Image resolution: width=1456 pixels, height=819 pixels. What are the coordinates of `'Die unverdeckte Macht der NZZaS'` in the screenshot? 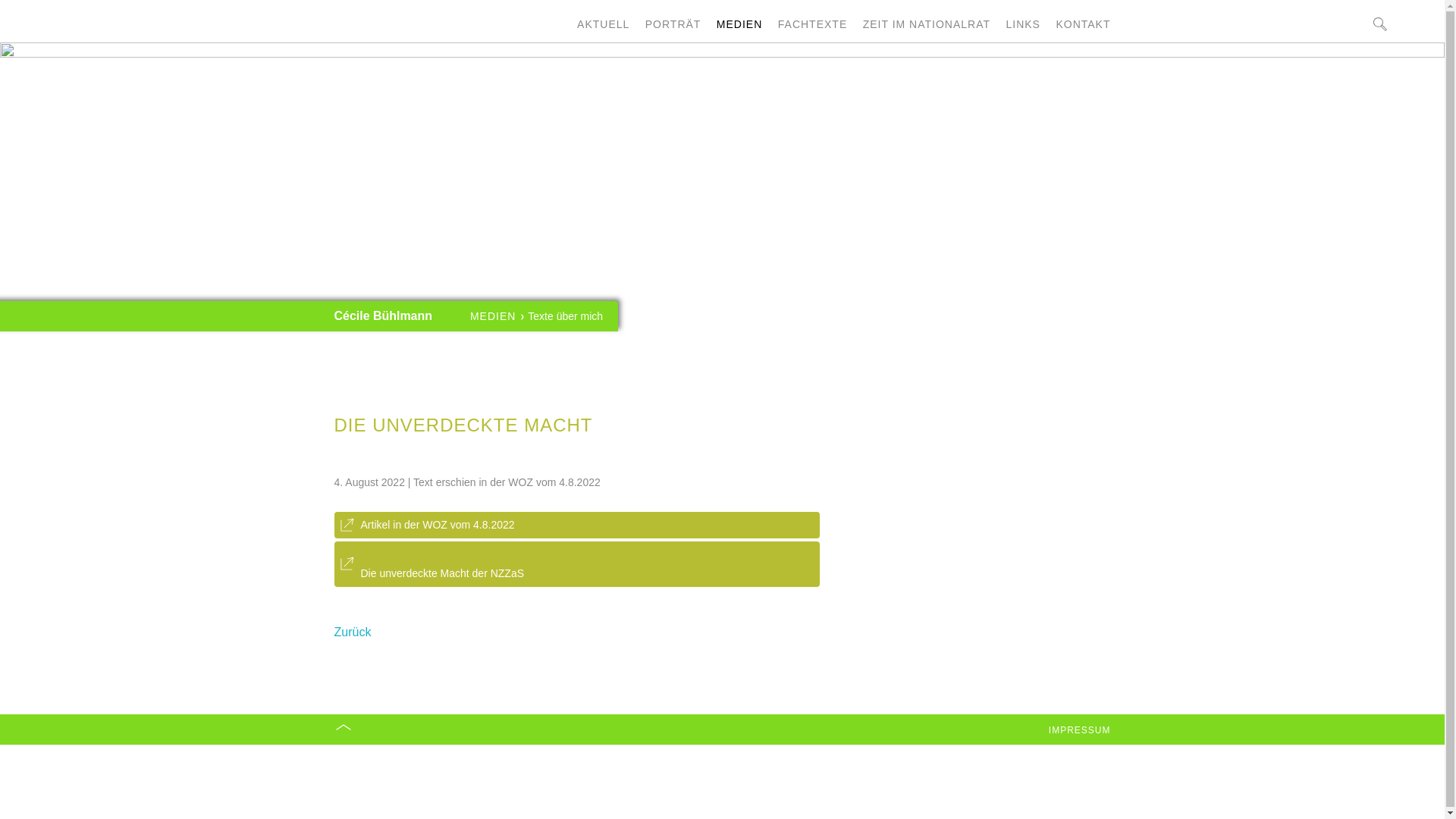 It's located at (442, 573).